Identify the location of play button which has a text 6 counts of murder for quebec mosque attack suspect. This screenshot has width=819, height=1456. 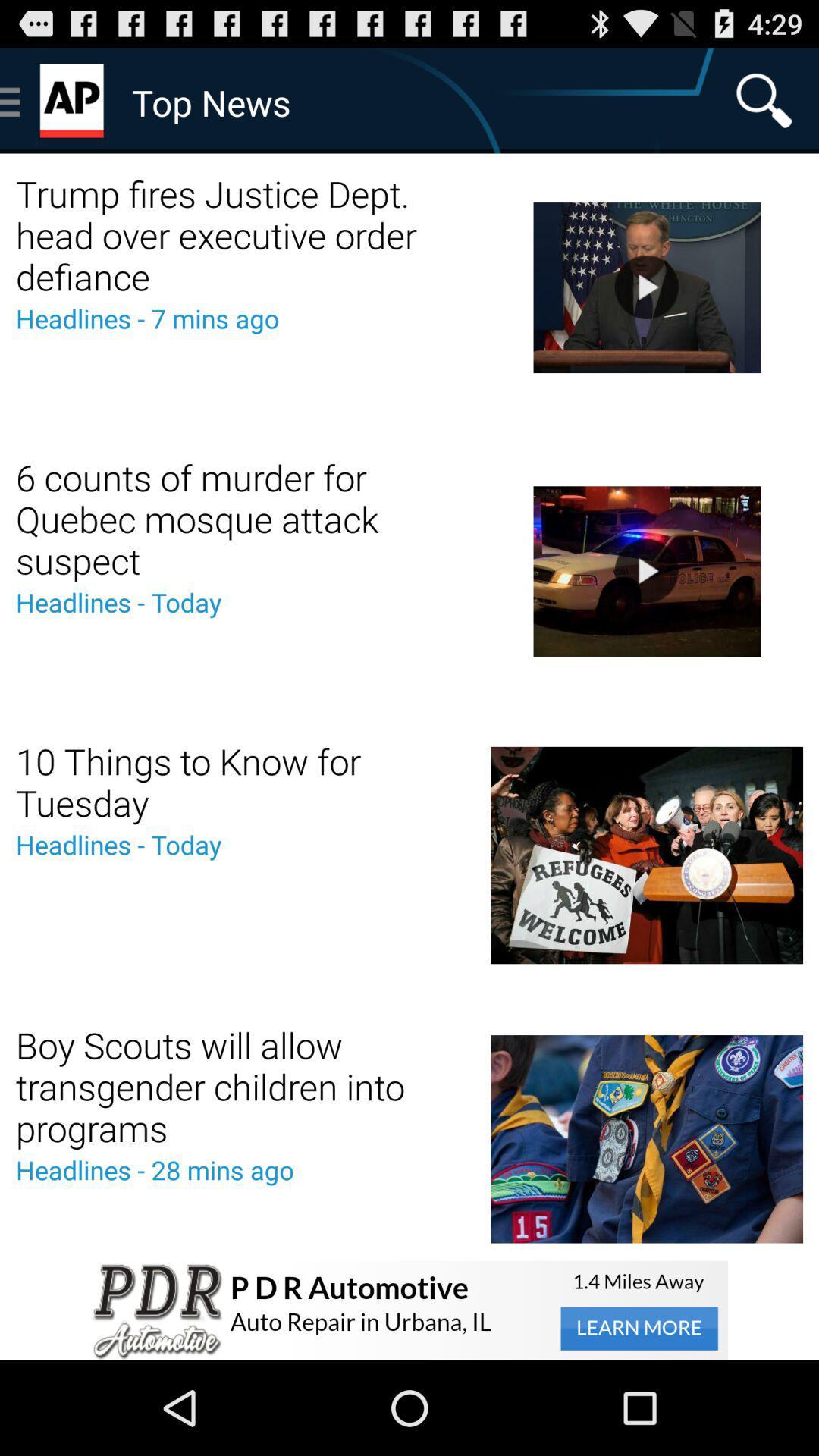
(646, 570).